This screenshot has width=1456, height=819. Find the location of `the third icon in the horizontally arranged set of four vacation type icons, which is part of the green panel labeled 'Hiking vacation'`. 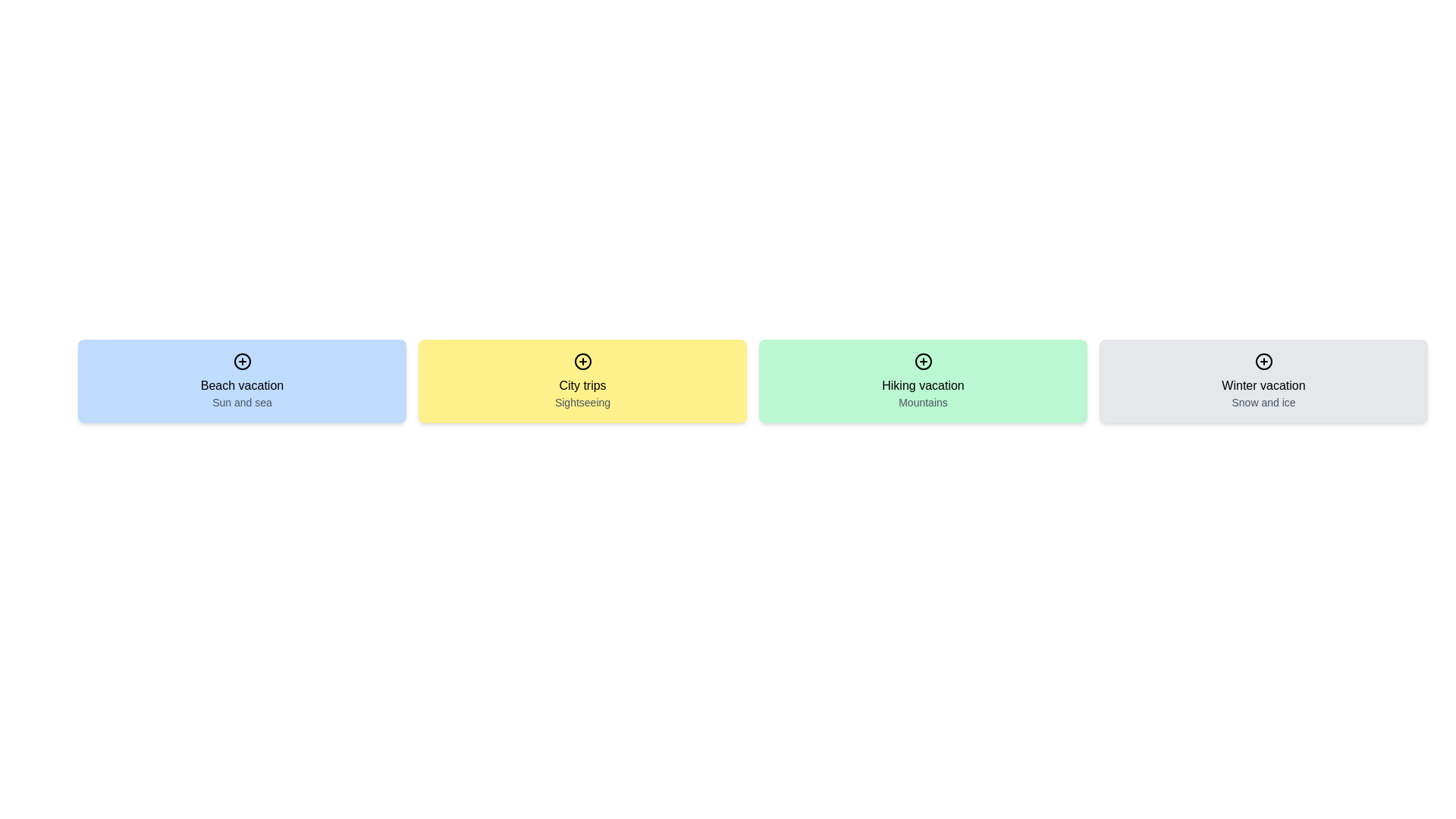

the third icon in the horizontally arranged set of four vacation type icons, which is part of the green panel labeled 'Hiking vacation' is located at coordinates (922, 362).